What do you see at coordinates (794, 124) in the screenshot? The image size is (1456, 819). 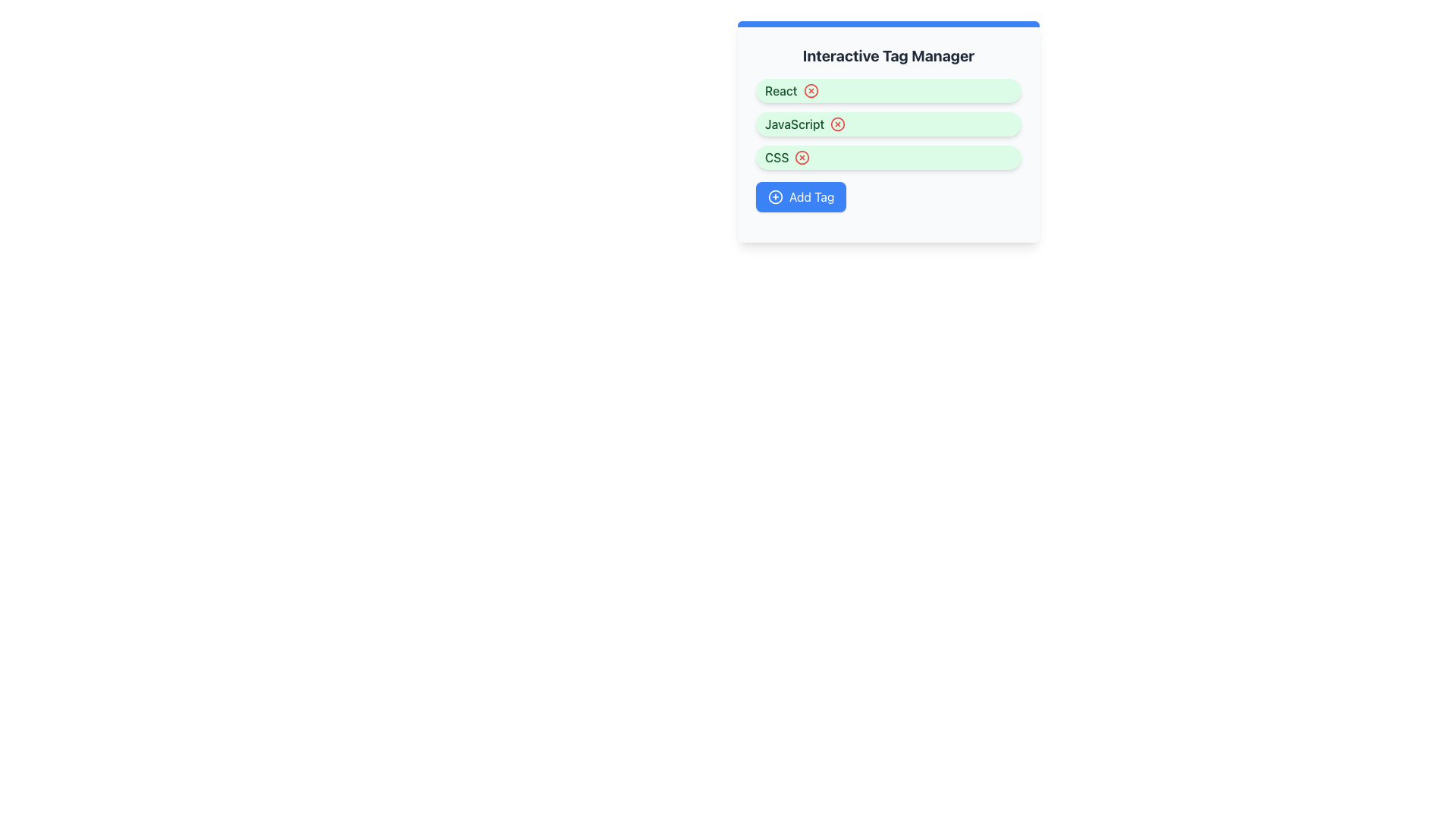 I see `the 'JavaScript' text label within the tag management interface, which is centrally positioned in a light green rounded badge` at bounding box center [794, 124].